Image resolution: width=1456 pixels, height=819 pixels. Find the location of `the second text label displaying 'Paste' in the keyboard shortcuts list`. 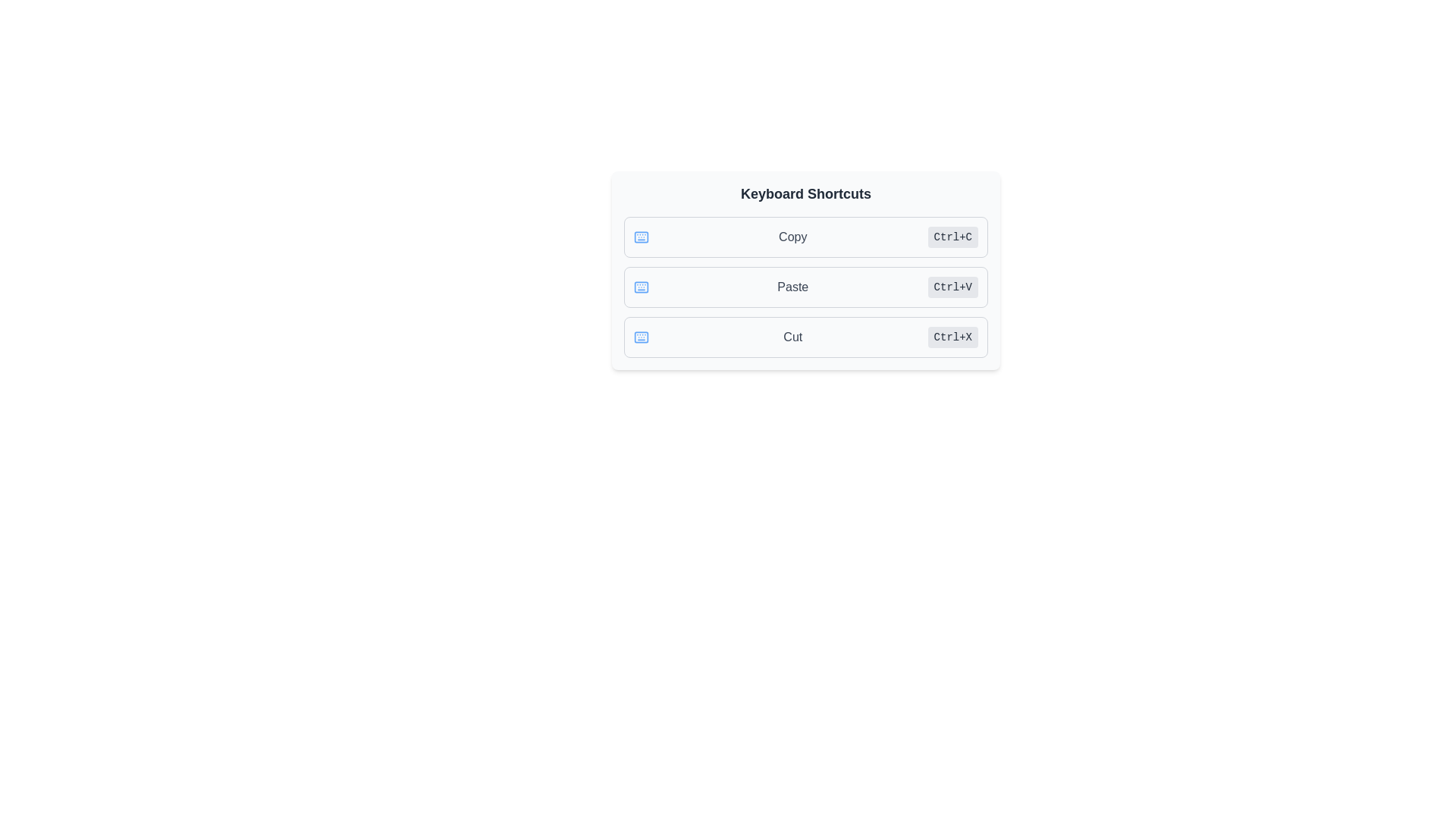

the second text label displaying 'Paste' in the keyboard shortcuts list is located at coordinates (792, 287).